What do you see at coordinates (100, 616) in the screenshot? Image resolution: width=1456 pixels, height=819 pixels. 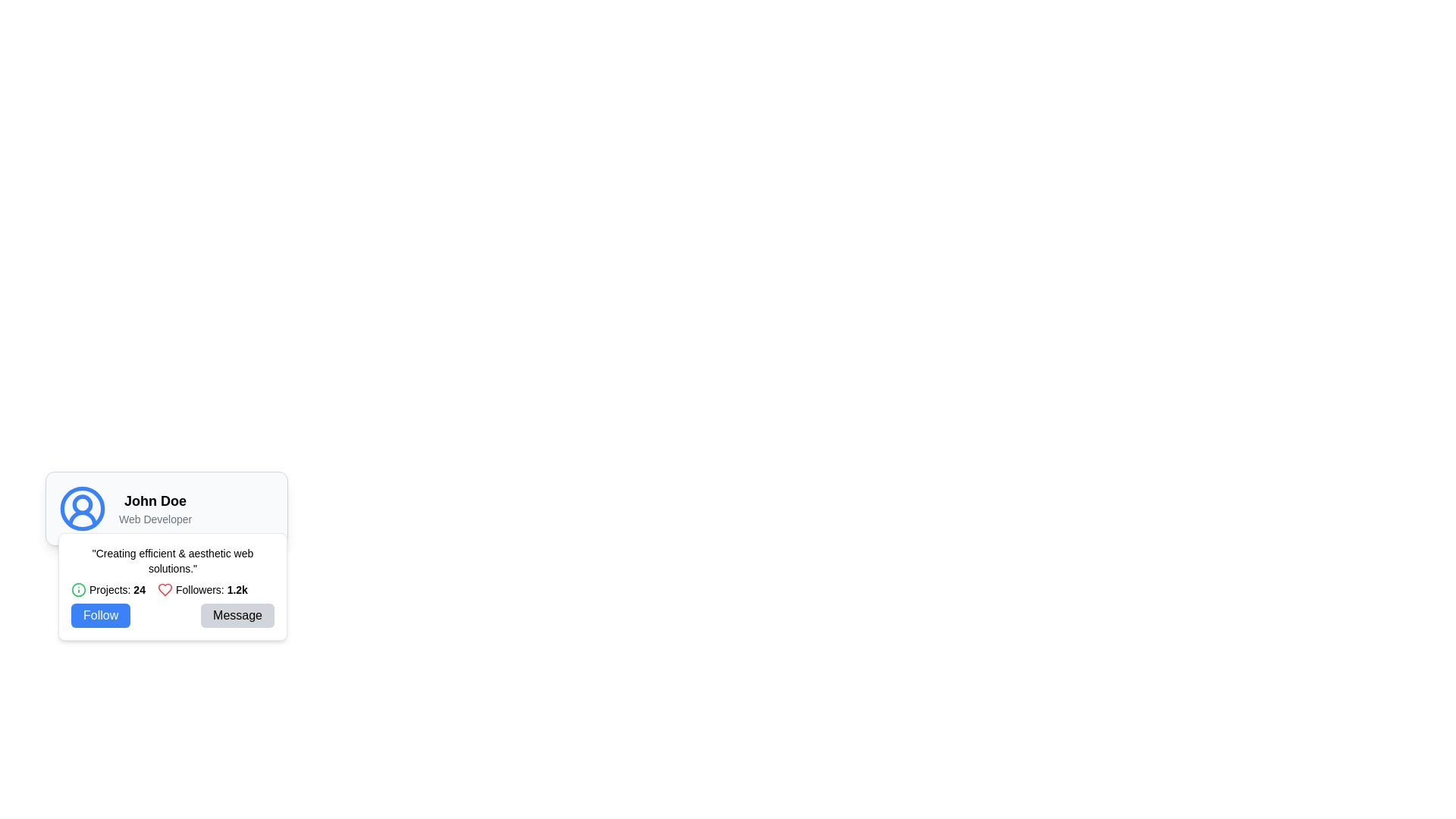 I see `the blue 'Follow' button with rounded edges located at the bottom left corner of the card component to initiate the follow action` at bounding box center [100, 616].